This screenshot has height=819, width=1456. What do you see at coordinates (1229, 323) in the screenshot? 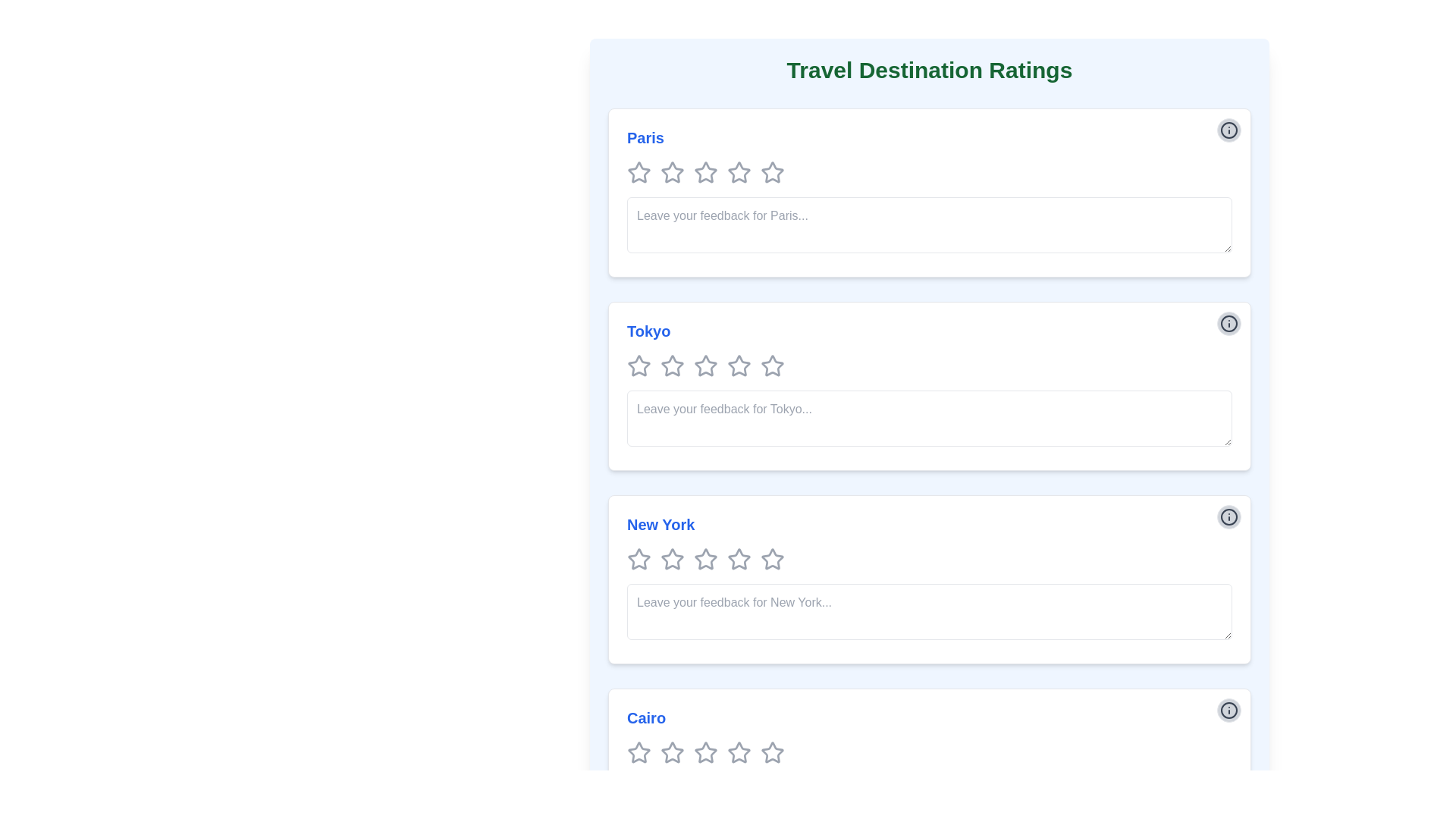
I see `the circular button with a gray background and an information icon inside, located in the top-right corner of the 'Tokyo' card` at bounding box center [1229, 323].